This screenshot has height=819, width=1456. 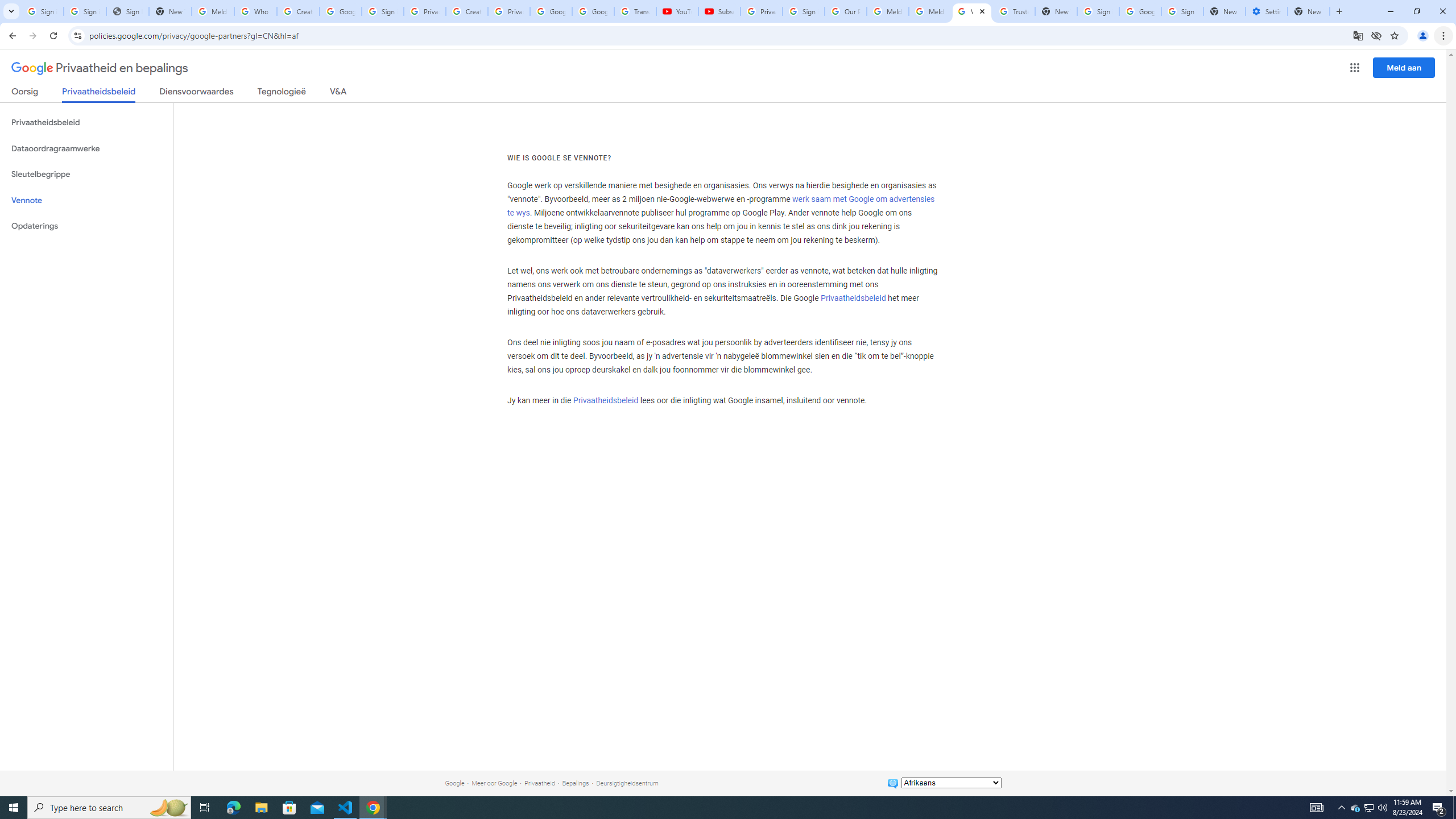 I want to click on 'Diensvoorwaardes', so click(x=196, y=93).